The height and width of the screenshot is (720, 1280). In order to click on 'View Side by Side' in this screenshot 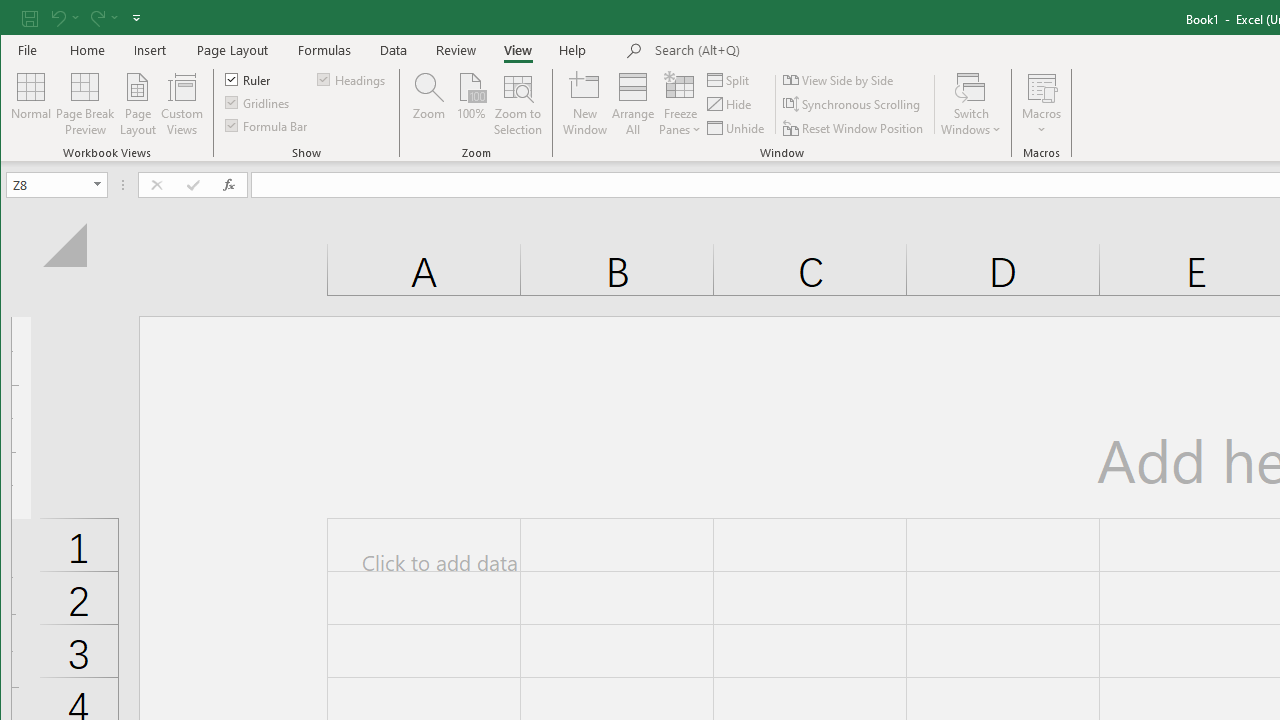, I will do `click(839, 79)`.